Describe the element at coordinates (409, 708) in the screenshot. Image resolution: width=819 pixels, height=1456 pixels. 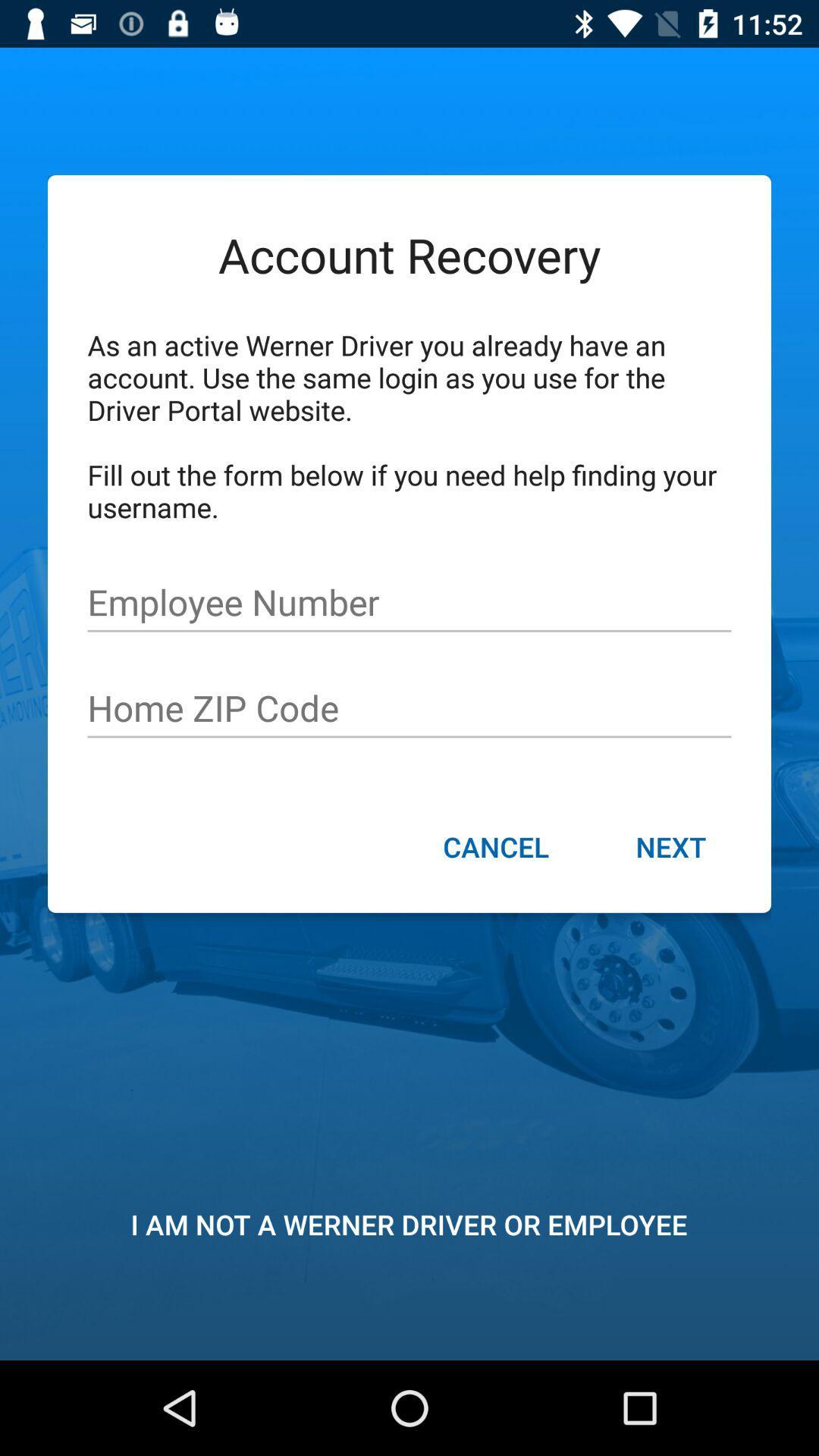
I see `the item above the cancel item` at that location.